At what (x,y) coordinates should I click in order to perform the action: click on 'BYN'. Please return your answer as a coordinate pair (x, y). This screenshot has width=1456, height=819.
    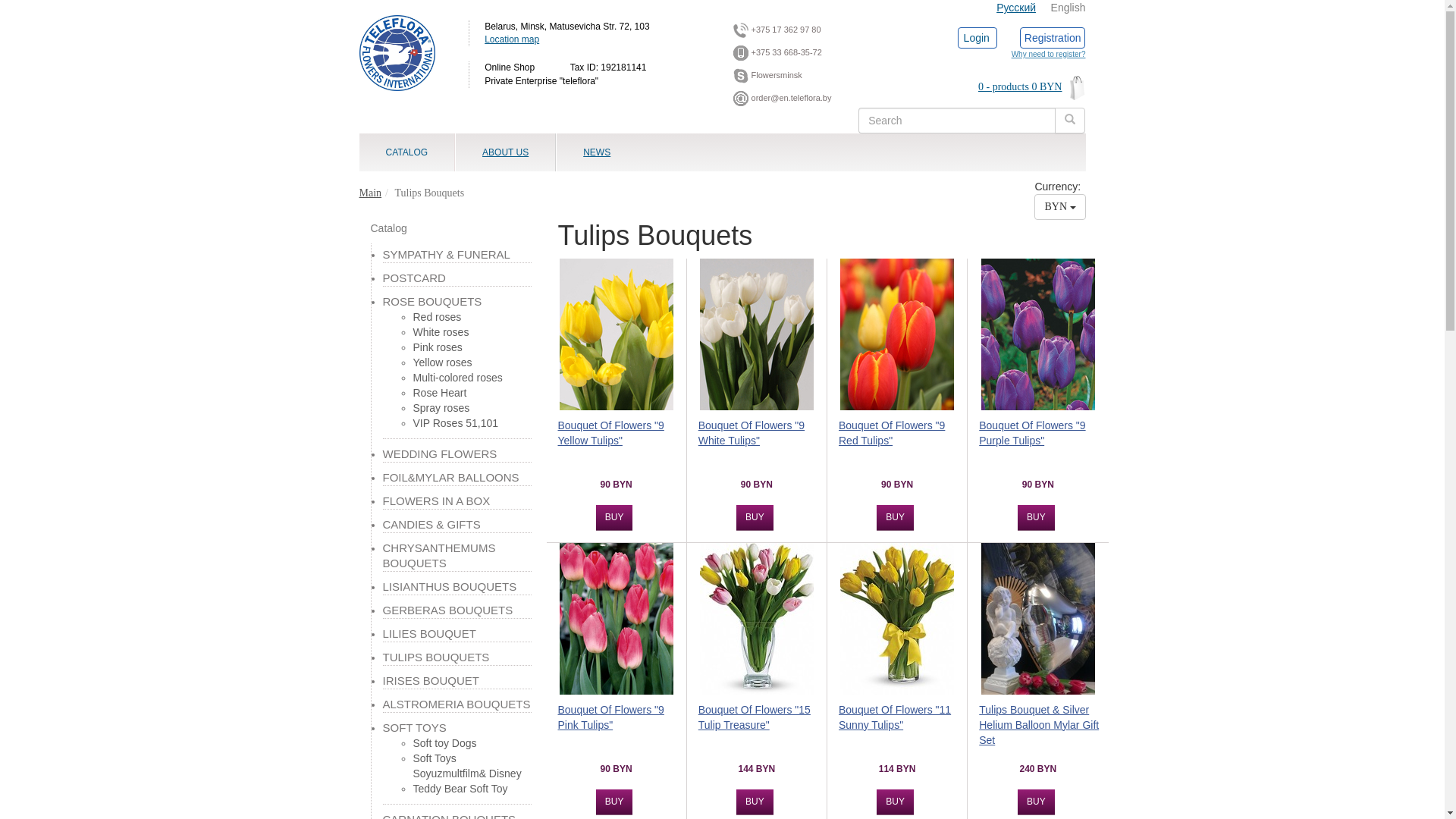
    Looking at the image, I should click on (1059, 207).